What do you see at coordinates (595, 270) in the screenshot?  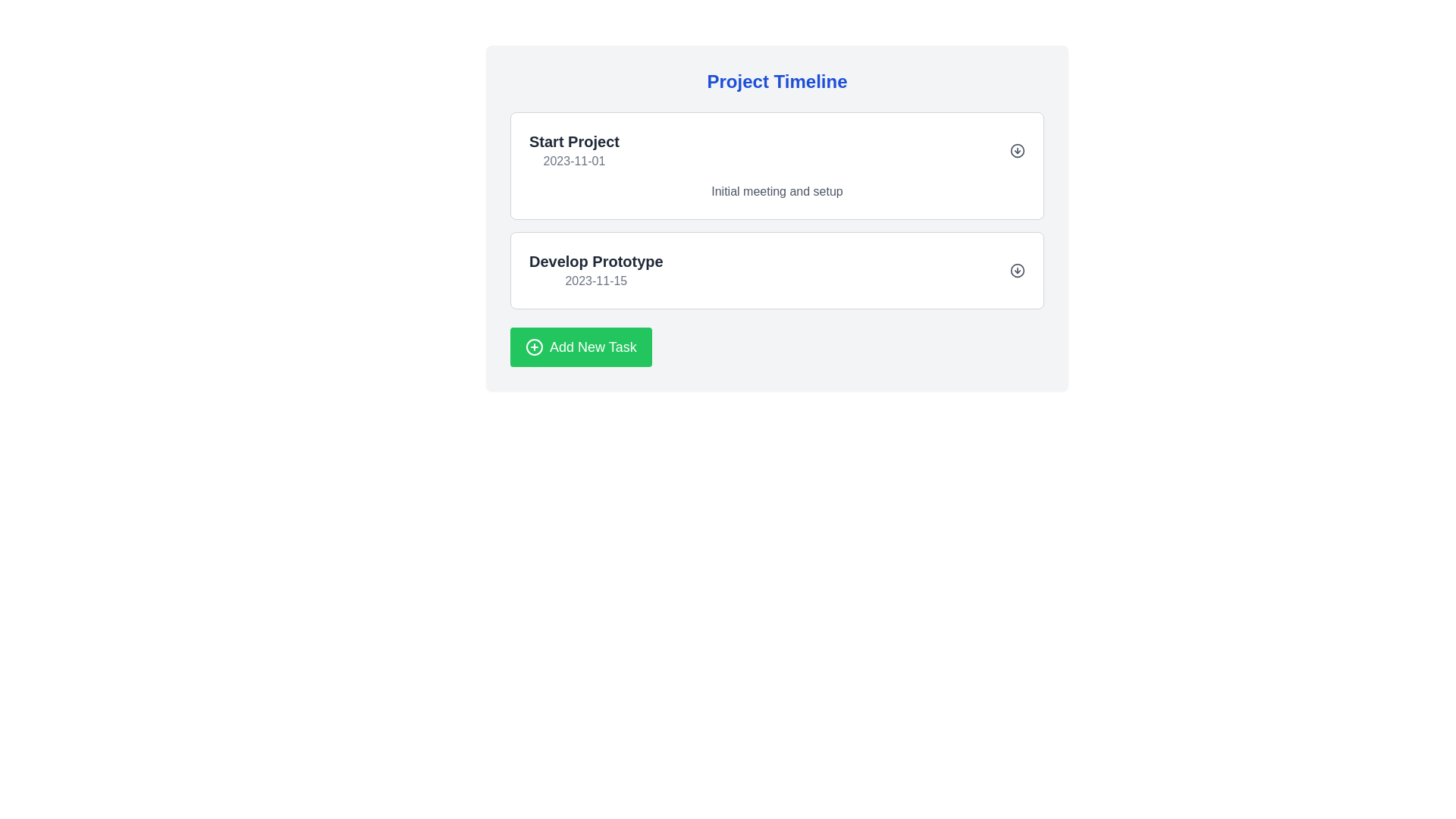 I see `task name 'Develop Prototype' and the deadline '2023-11-15' from the text display which is visually represented in bold black font and smaller gray font respectively` at bounding box center [595, 270].